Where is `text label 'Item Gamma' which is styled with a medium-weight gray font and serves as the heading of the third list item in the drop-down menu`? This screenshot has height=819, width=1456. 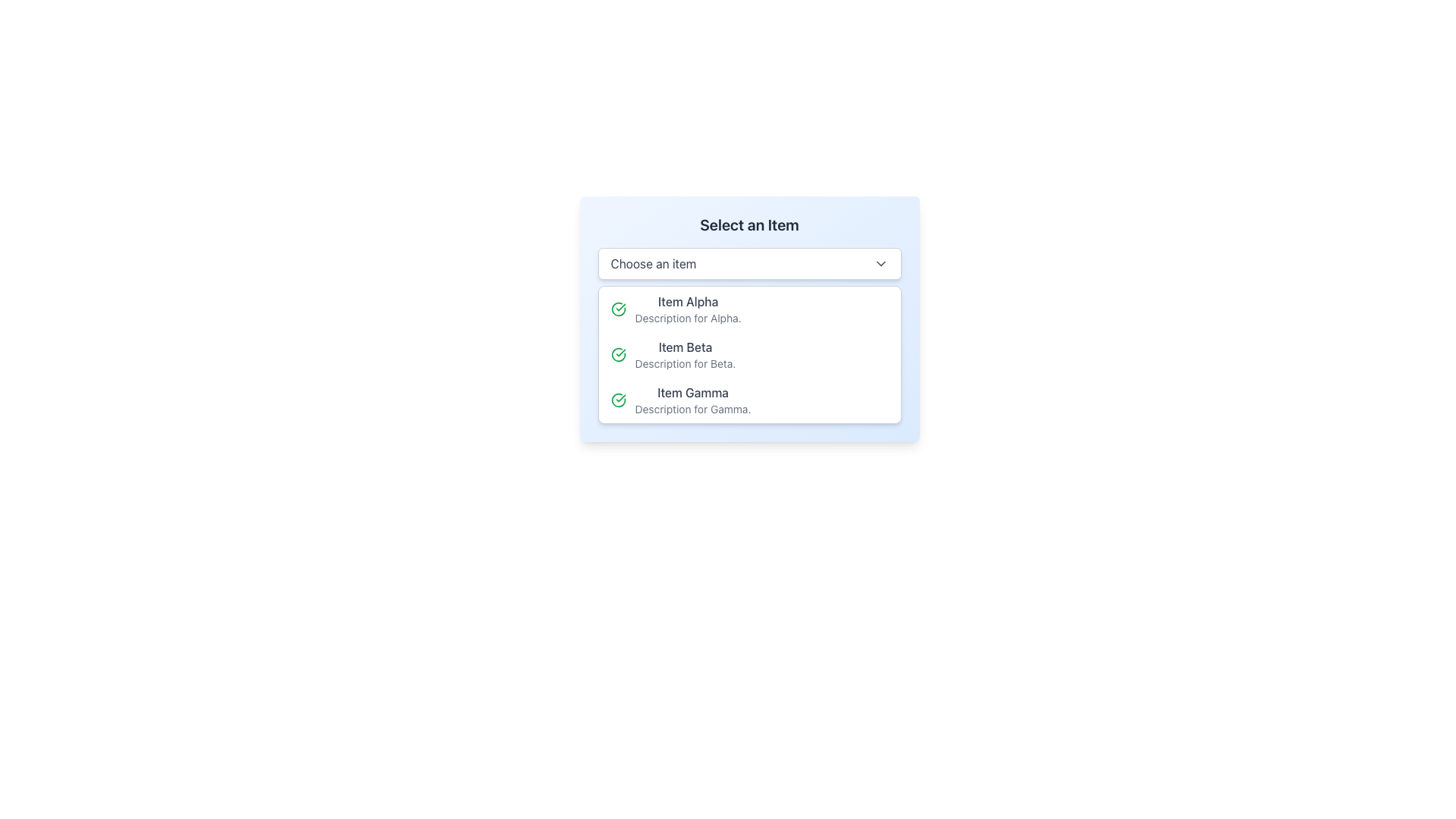
text label 'Item Gamma' which is styled with a medium-weight gray font and serves as the heading of the third list item in the drop-down menu is located at coordinates (692, 391).